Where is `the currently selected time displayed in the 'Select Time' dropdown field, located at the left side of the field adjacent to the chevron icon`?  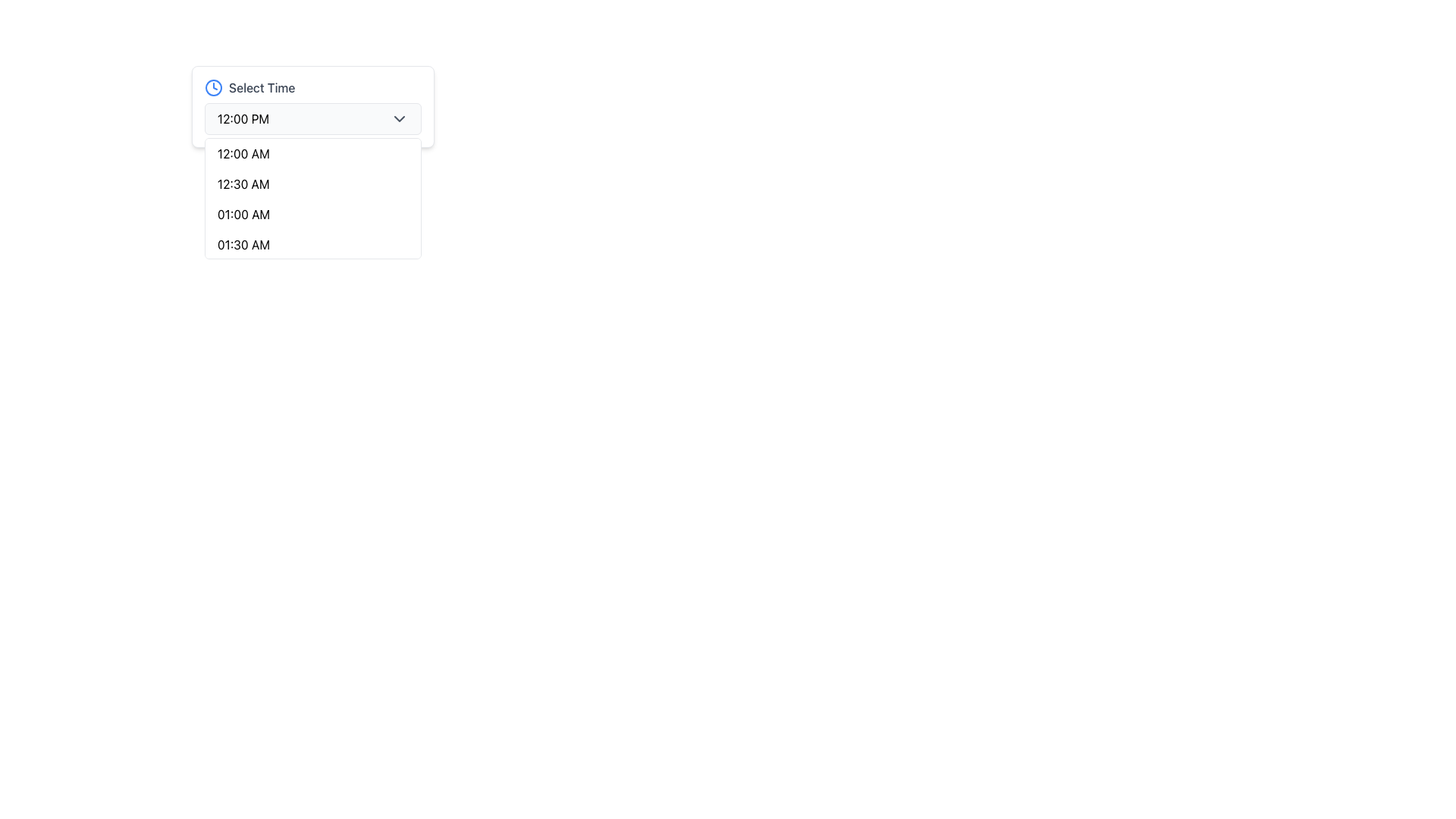 the currently selected time displayed in the 'Select Time' dropdown field, located at the left side of the field adjacent to the chevron icon is located at coordinates (243, 118).